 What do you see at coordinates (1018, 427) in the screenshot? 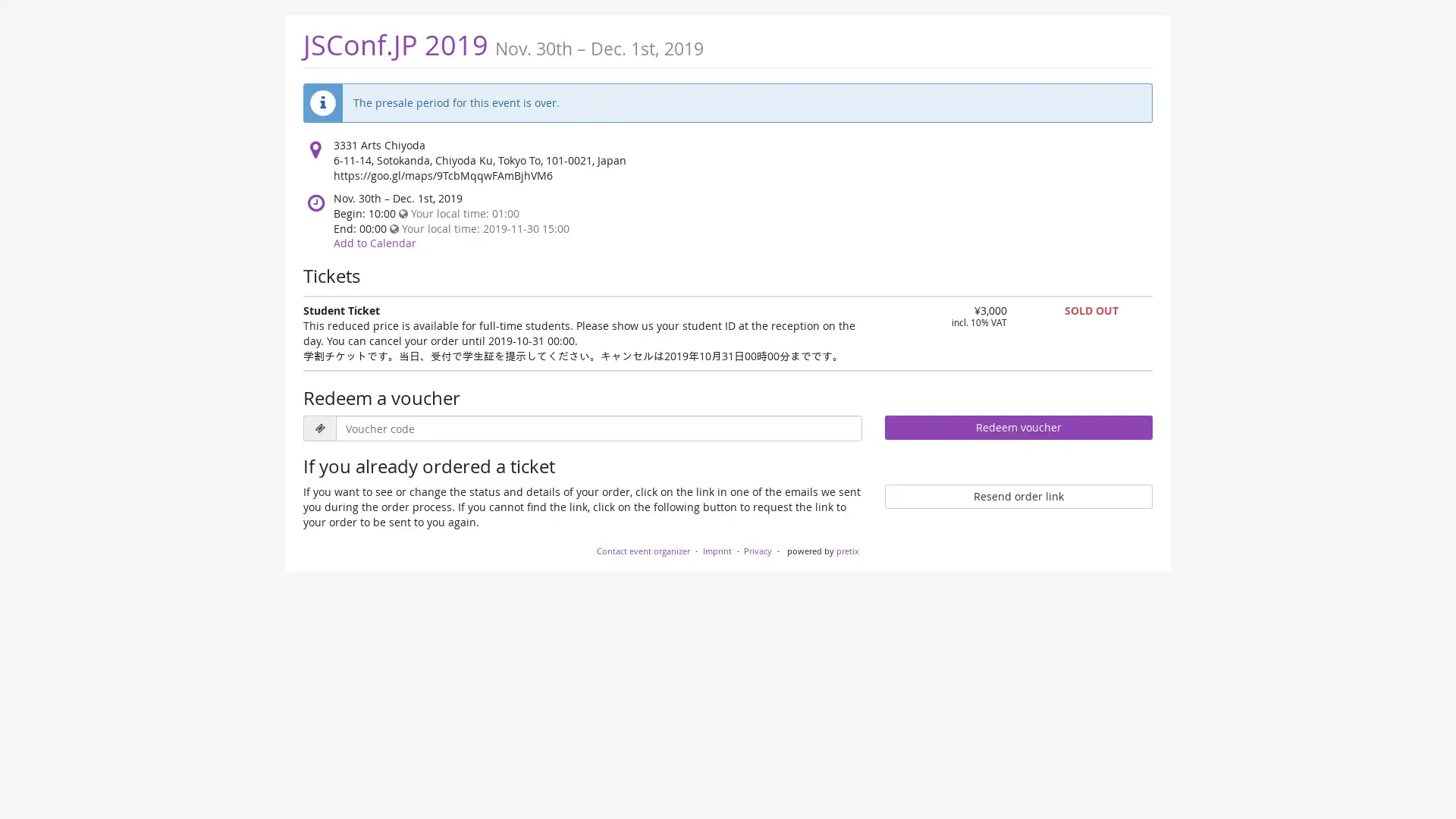
I see `Redeem voucher` at bounding box center [1018, 427].